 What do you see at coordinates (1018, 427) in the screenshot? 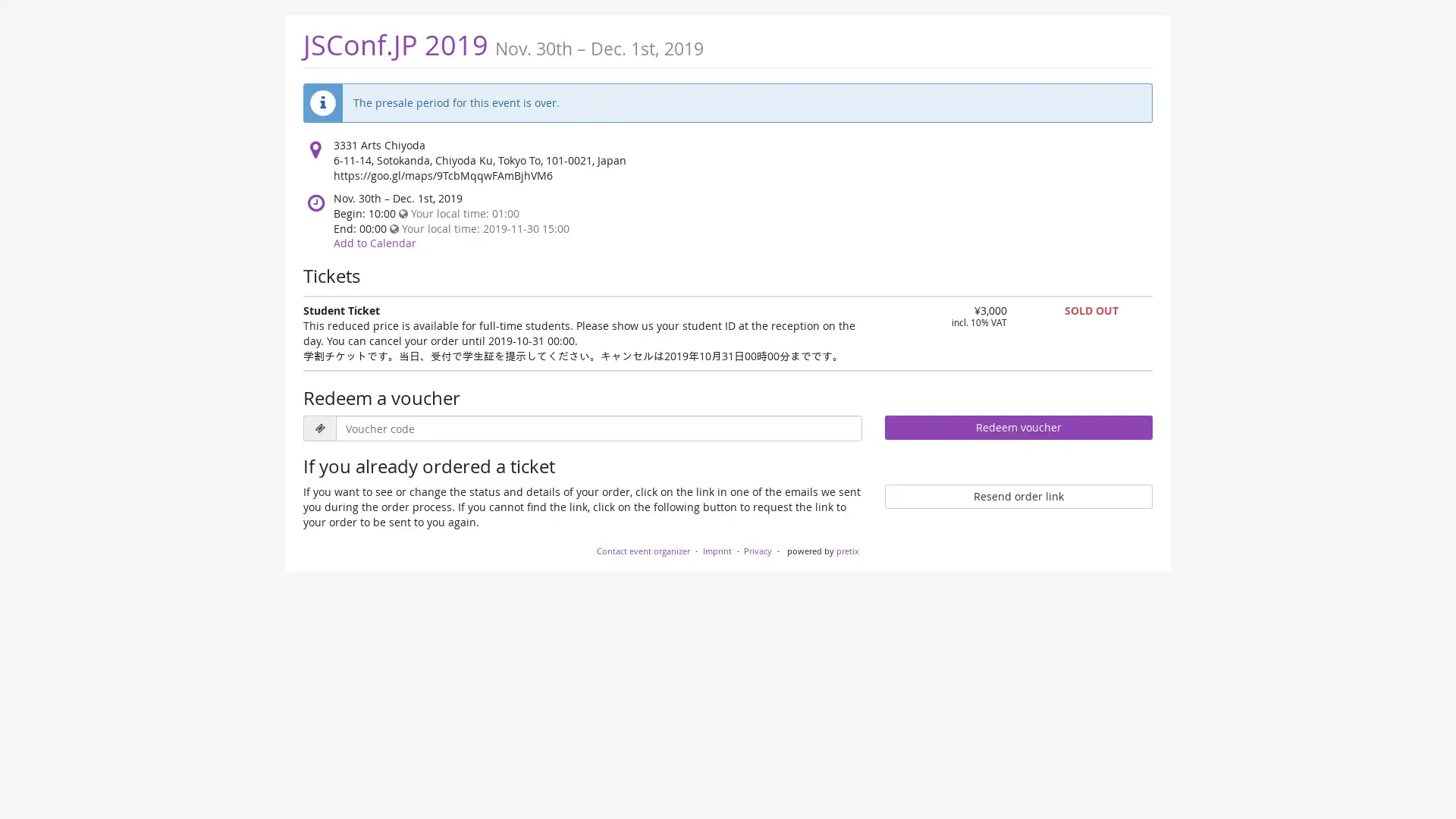
I see `Redeem voucher` at bounding box center [1018, 427].